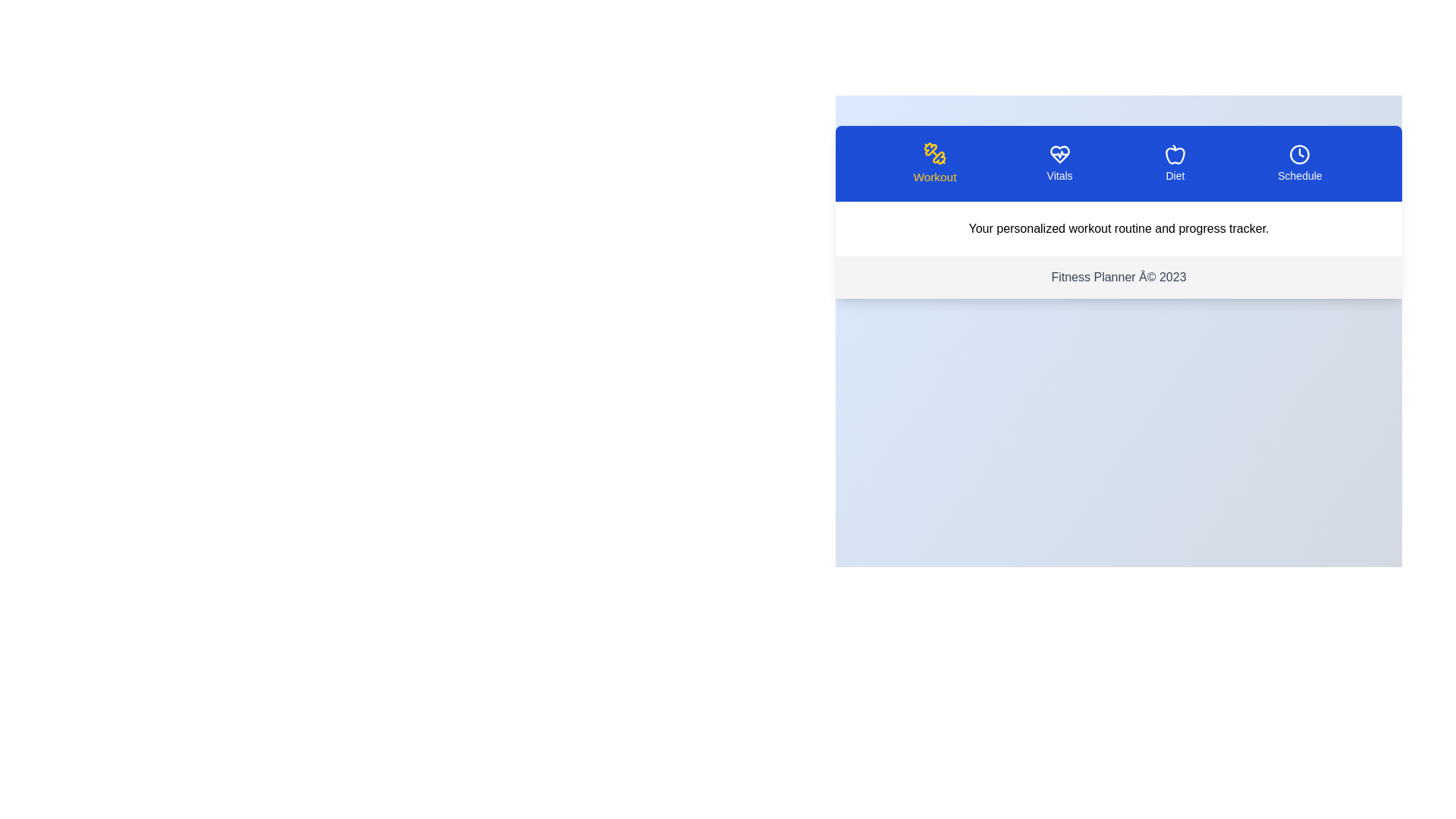 The height and width of the screenshot is (819, 1456). What do you see at coordinates (1299, 164) in the screenshot?
I see `the tab labeled Schedule to view its content` at bounding box center [1299, 164].